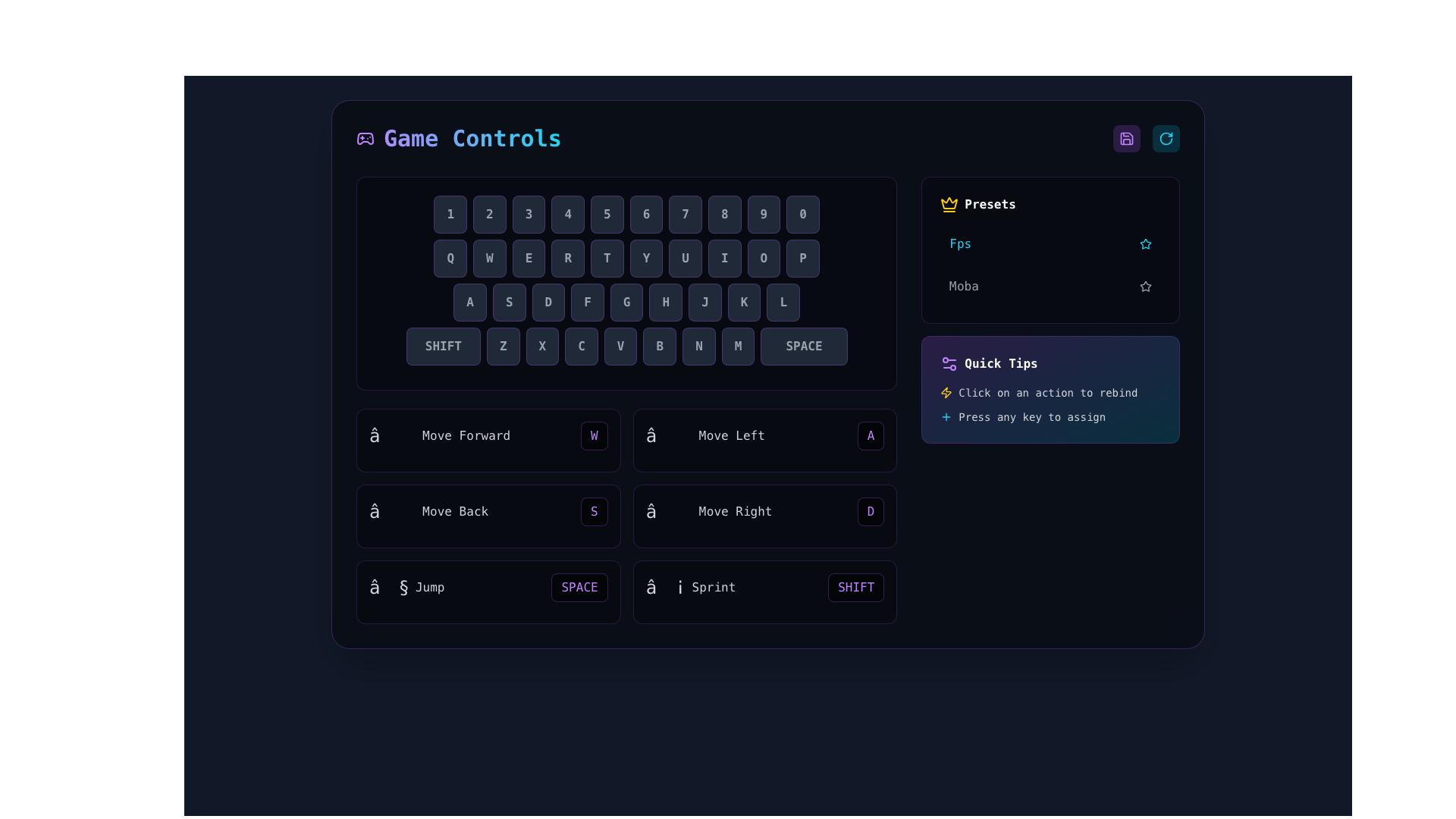 The width and height of the screenshot is (1456, 819). I want to click on the numeral '0' button located at the top-right corner of the interface, which is the last button in a row of number keys, so click(802, 214).